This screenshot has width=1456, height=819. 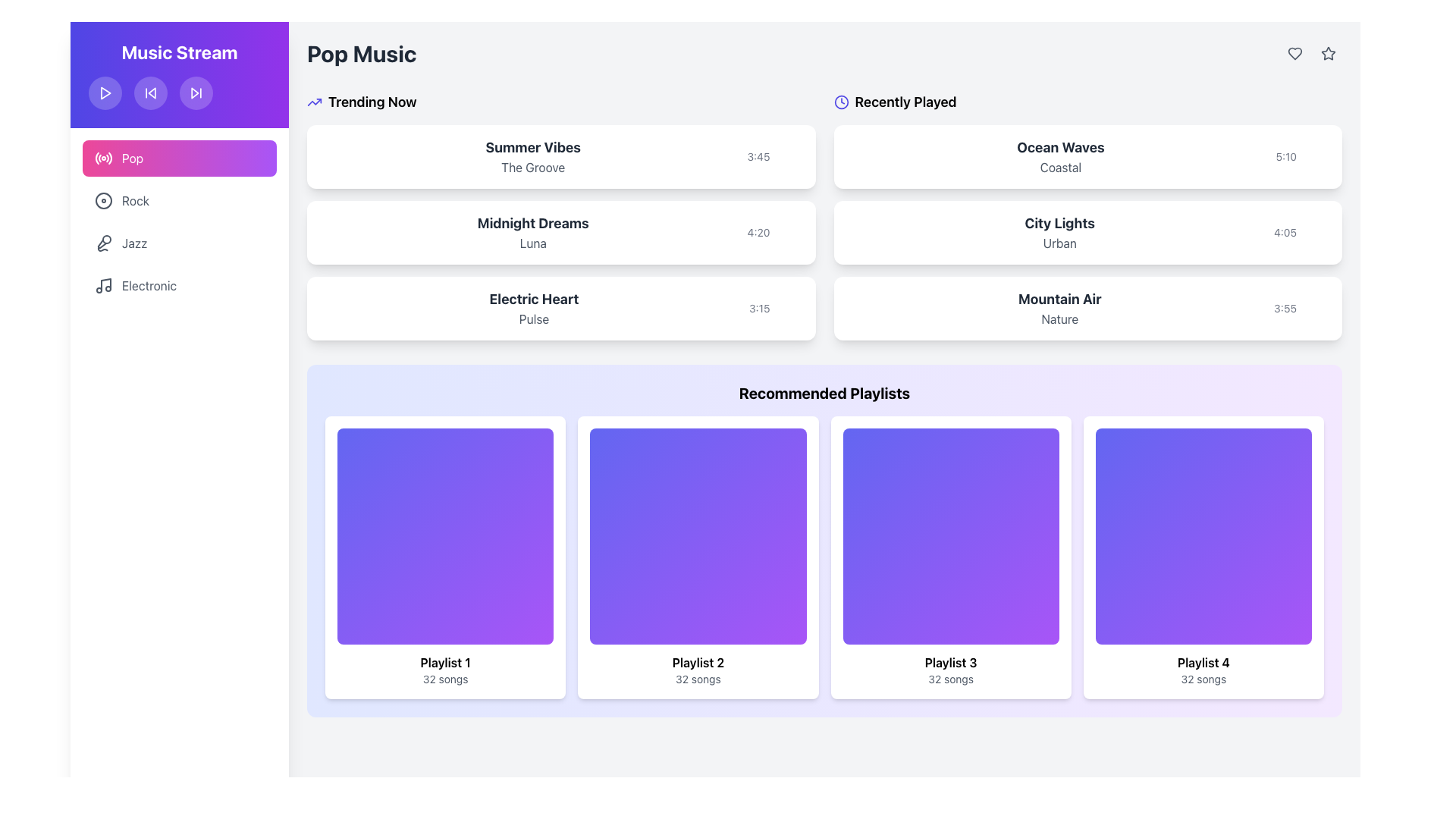 What do you see at coordinates (560, 233) in the screenshot?
I see `the 'Midnight Dreams' card in the 'Trending Now' section` at bounding box center [560, 233].